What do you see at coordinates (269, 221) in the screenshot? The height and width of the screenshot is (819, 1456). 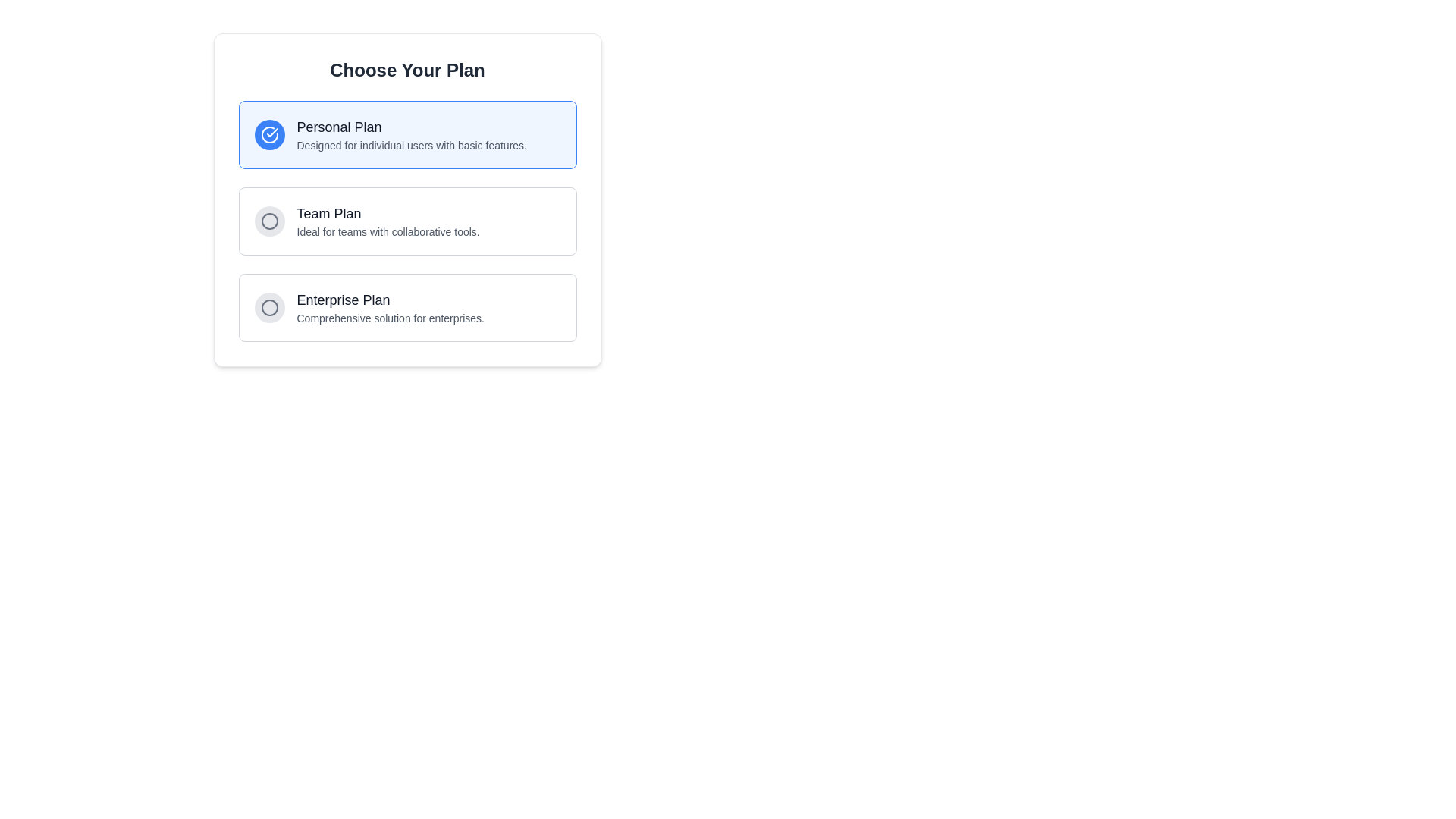 I see `the circular icon for the 'Team Plan' choice, located to the left of the 'Team Plan' text in the second option row` at bounding box center [269, 221].